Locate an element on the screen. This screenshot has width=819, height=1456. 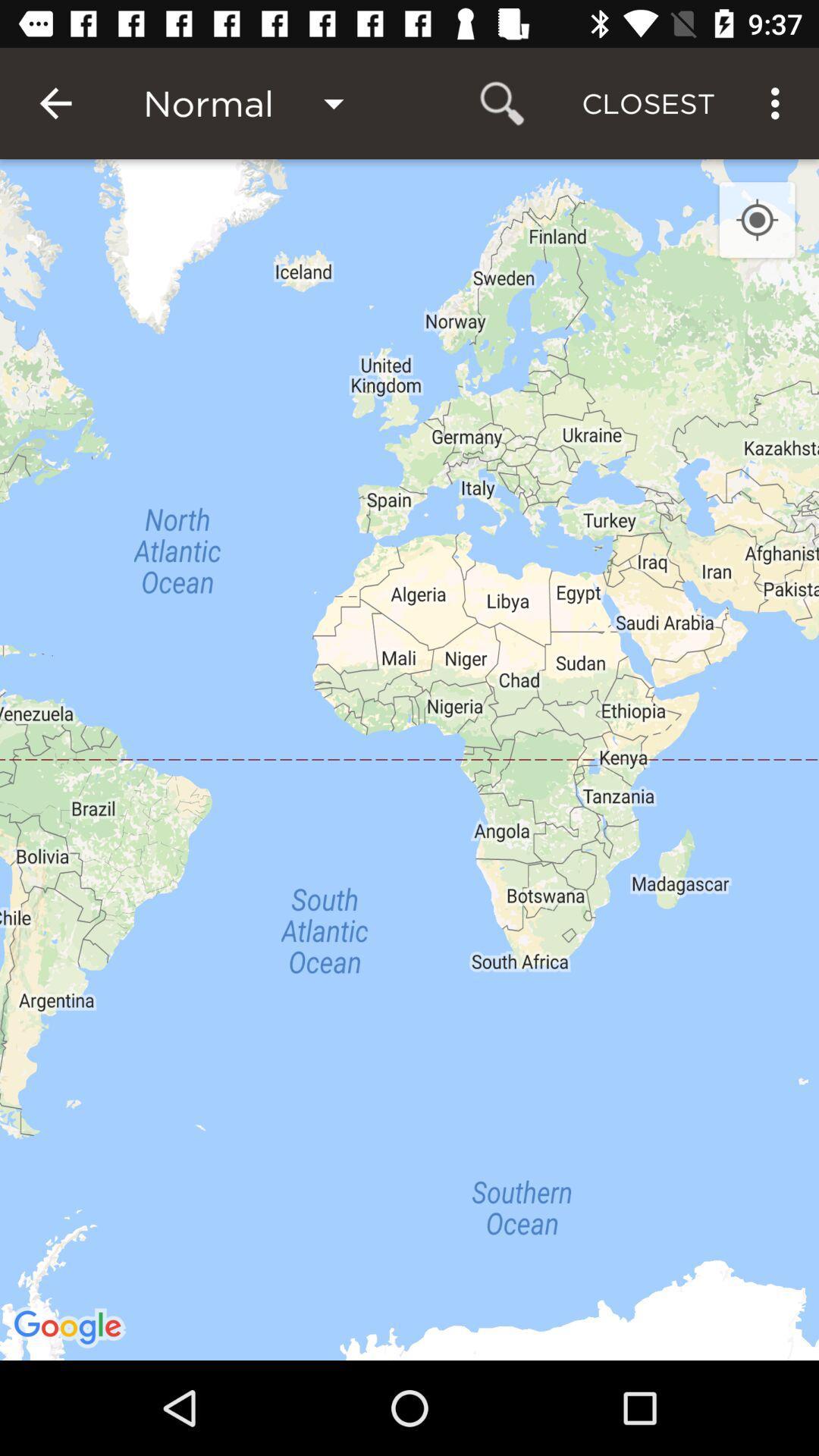
the location_crosshair icon is located at coordinates (757, 220).